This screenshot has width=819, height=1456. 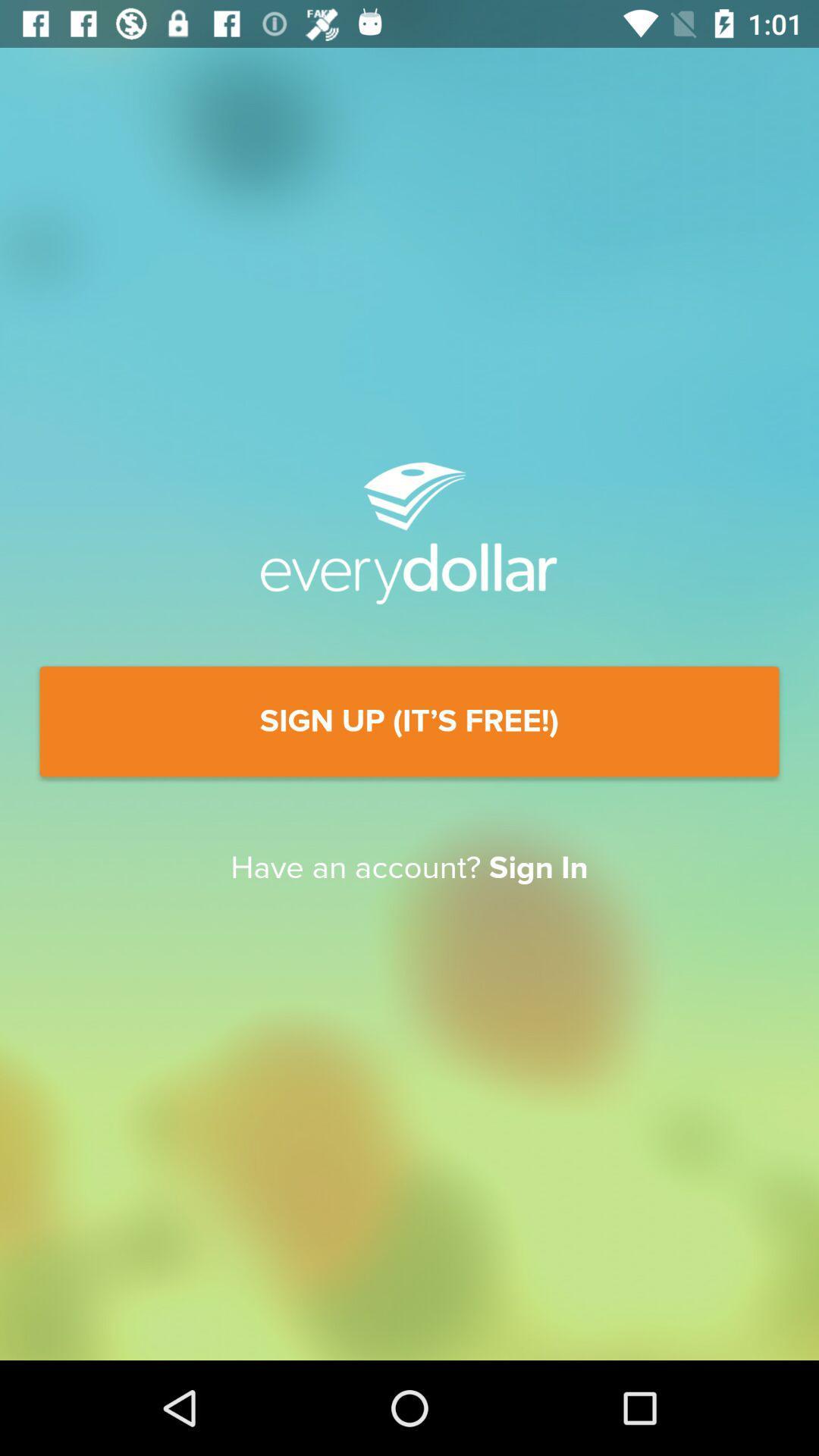 What do you see at coordinates (409, 868) in the screenshot?
I see `the icon below the sign up it item` at bounding box center [409, 868].